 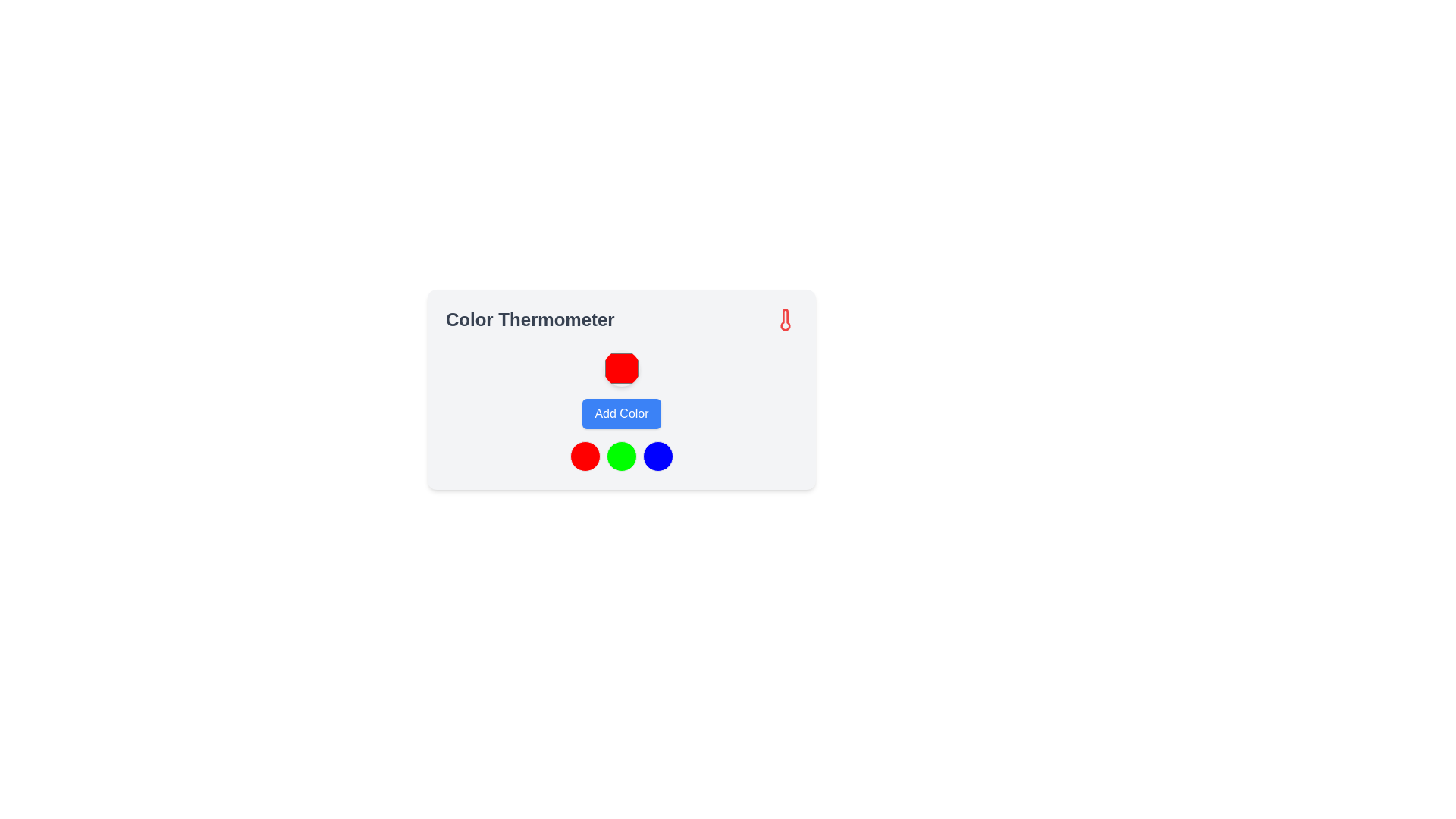 I want to click on the button located inside the 'Color Thermometer' panel, which is positioned centrally below a red octagonal icon, so click(x=644, y=405).